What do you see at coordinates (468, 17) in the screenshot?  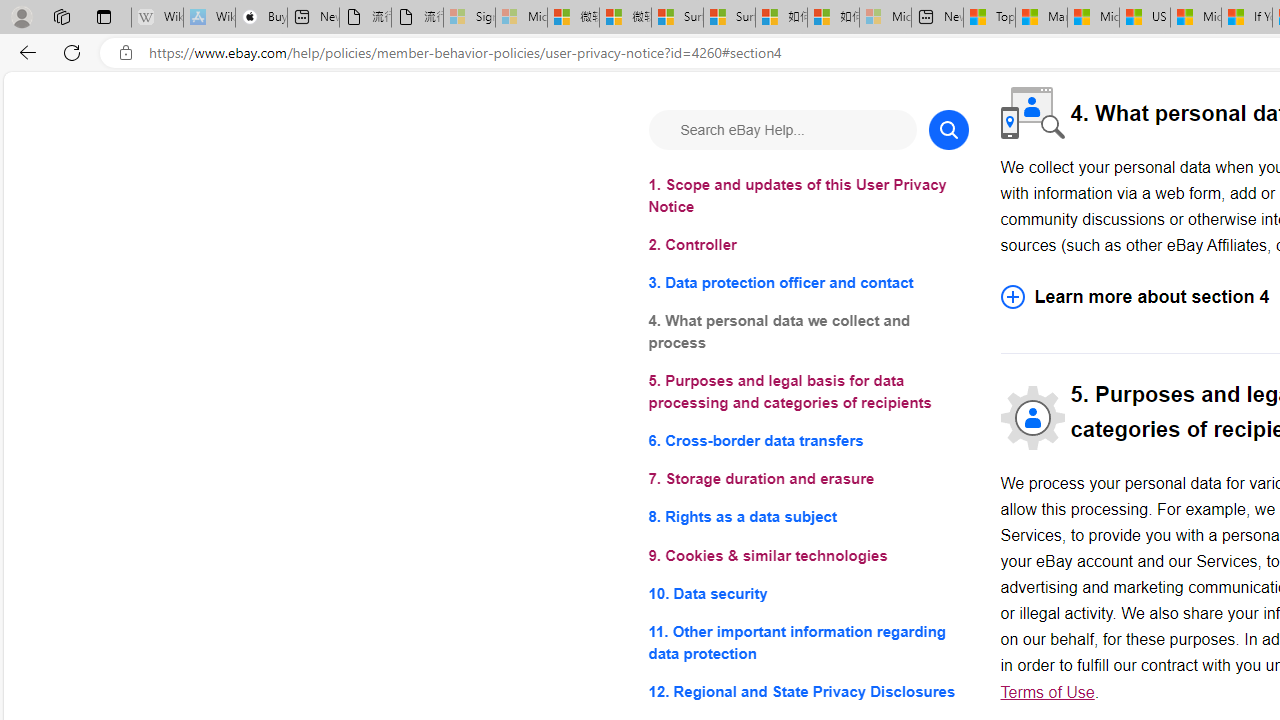 I see `'Sign in to your Microsoft account - Sleeping'` at bounding box center [468, 17].